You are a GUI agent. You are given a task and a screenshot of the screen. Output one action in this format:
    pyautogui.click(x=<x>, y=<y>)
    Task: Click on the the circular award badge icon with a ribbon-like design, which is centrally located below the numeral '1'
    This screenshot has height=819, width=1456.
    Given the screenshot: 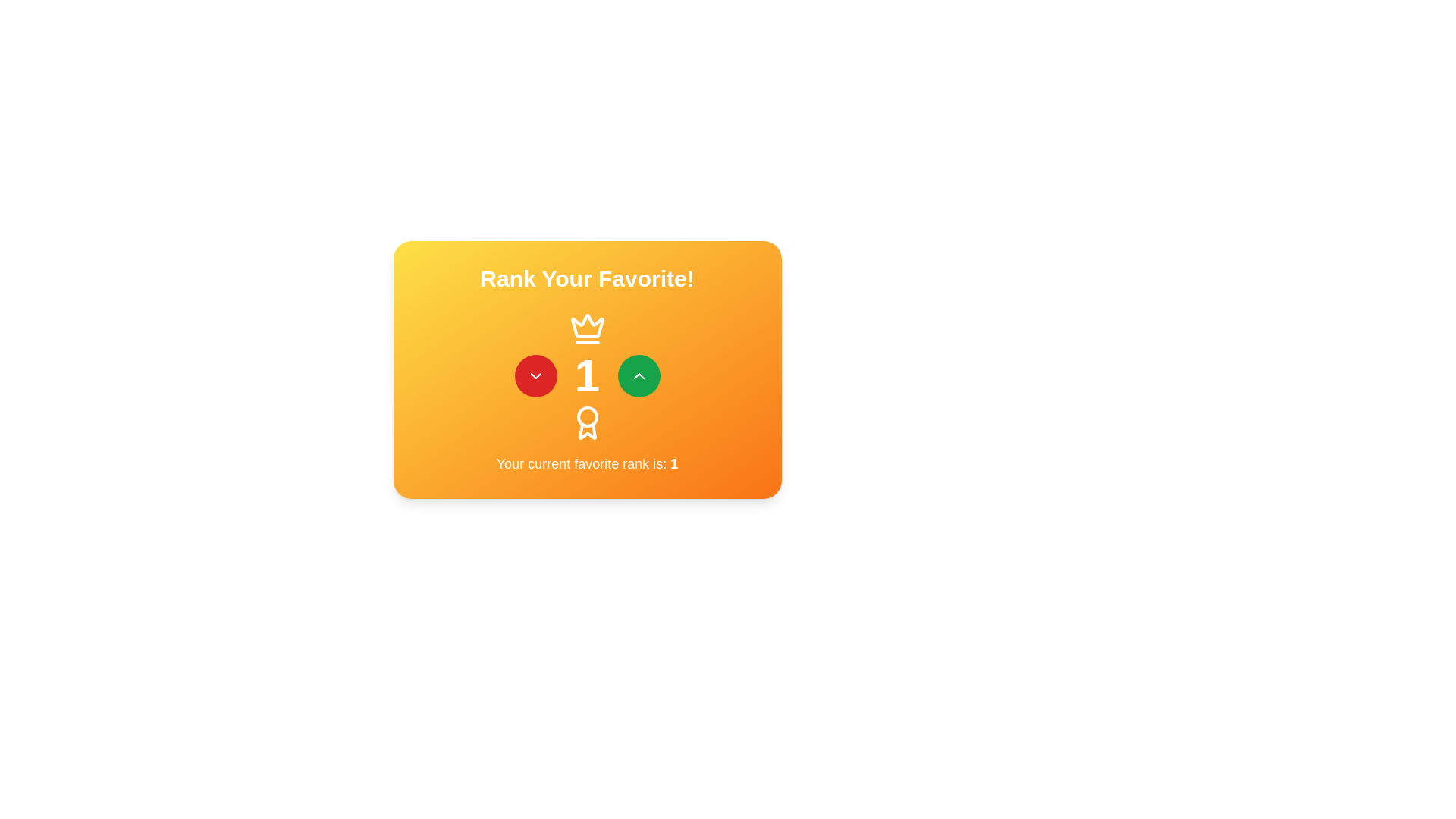 What is the action you would take?
    pyautogui.click(x=586, y=423)
    